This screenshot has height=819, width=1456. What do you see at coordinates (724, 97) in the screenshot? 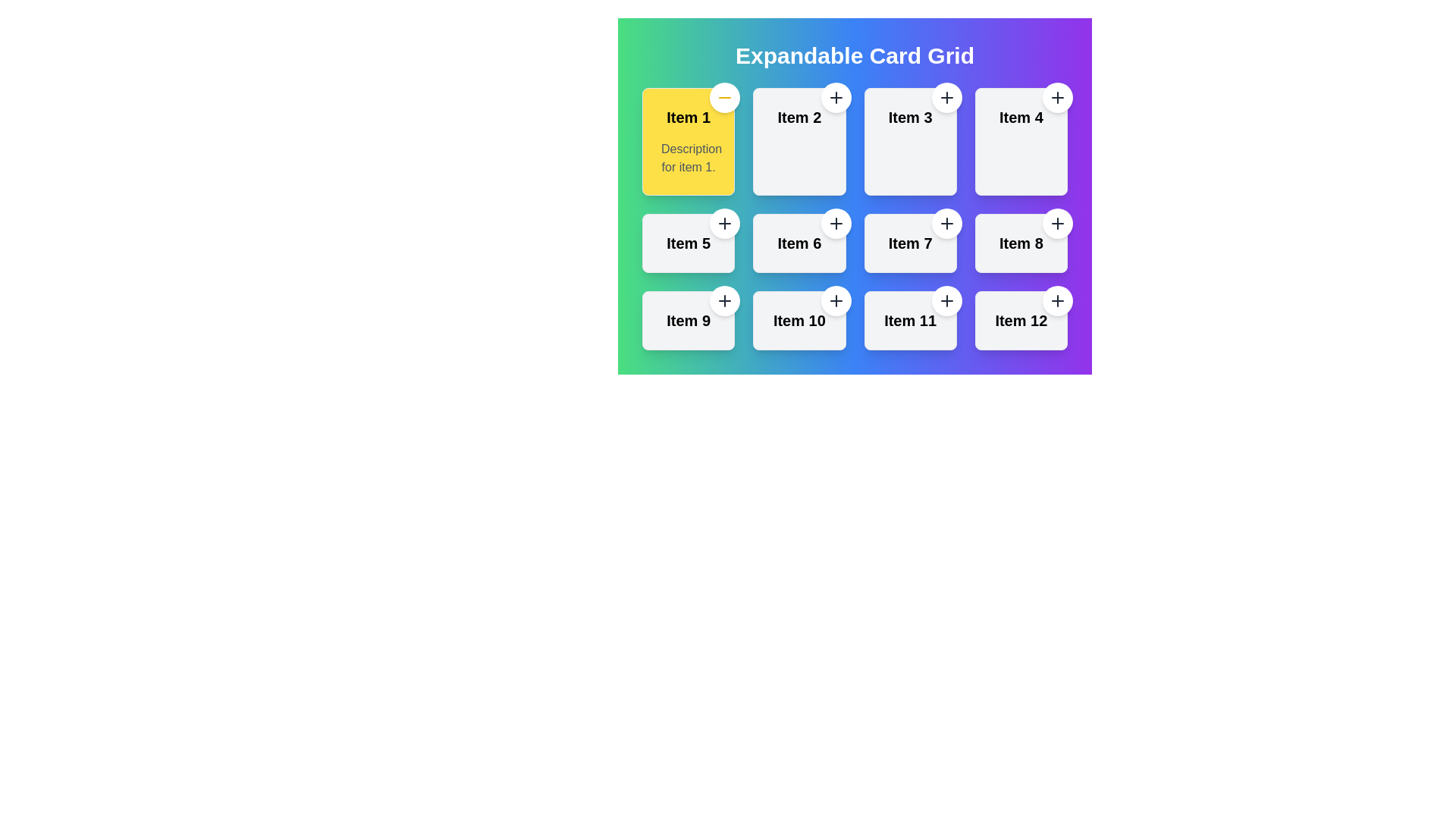
I see `the circular icon button with a white background and a yellow horizontal line resembling a minus symbol located at the top-right corner of the card labeled 'Item 1'` at bounding box center [724, 97].